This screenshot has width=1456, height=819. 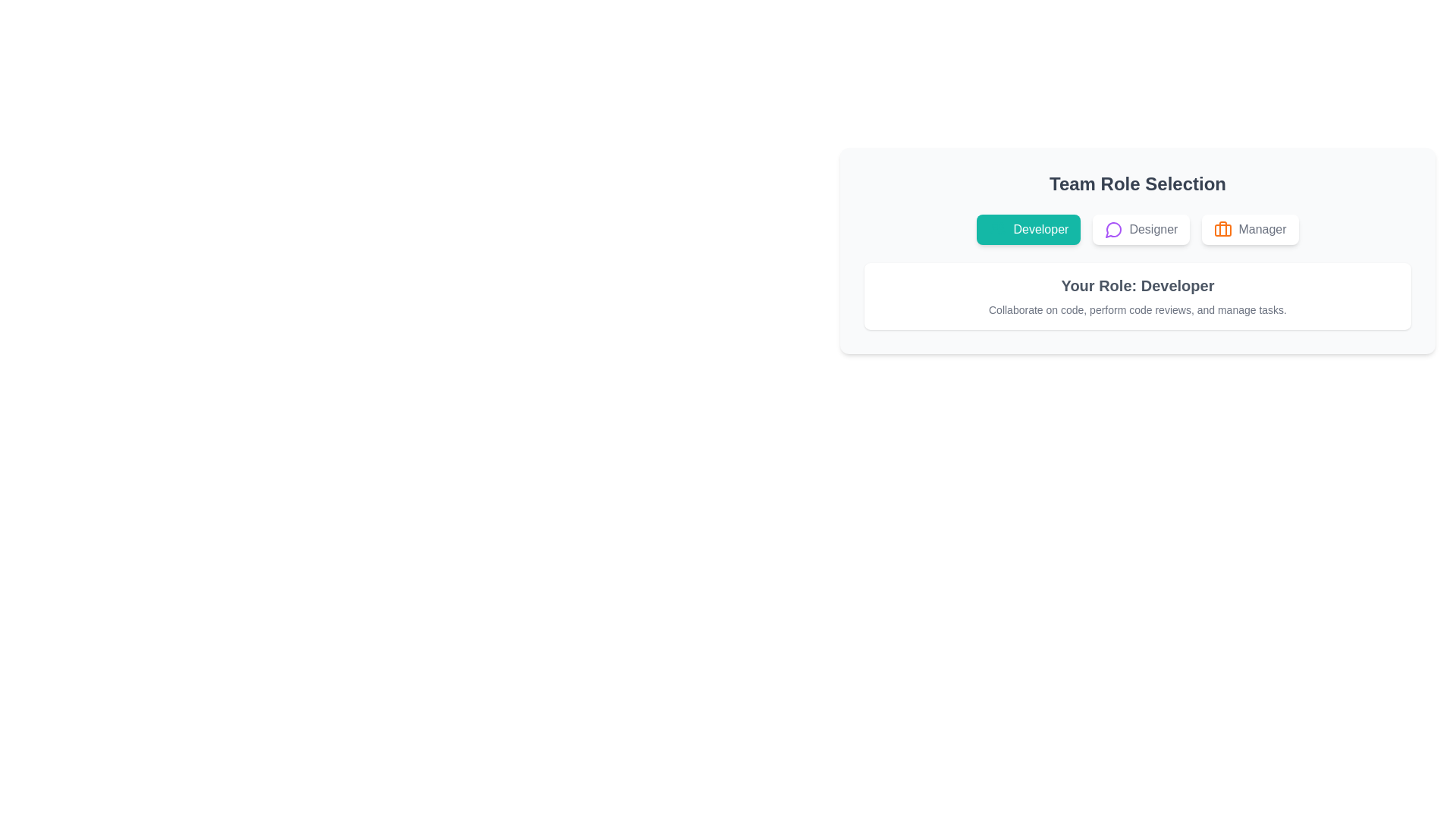 I want to click on the text label that reads 'Your Role: Developer.' which is styled in bold and gray, located within the white rounded panel below the 'Team Role Selection' heading, so click(x=1137, y=286).